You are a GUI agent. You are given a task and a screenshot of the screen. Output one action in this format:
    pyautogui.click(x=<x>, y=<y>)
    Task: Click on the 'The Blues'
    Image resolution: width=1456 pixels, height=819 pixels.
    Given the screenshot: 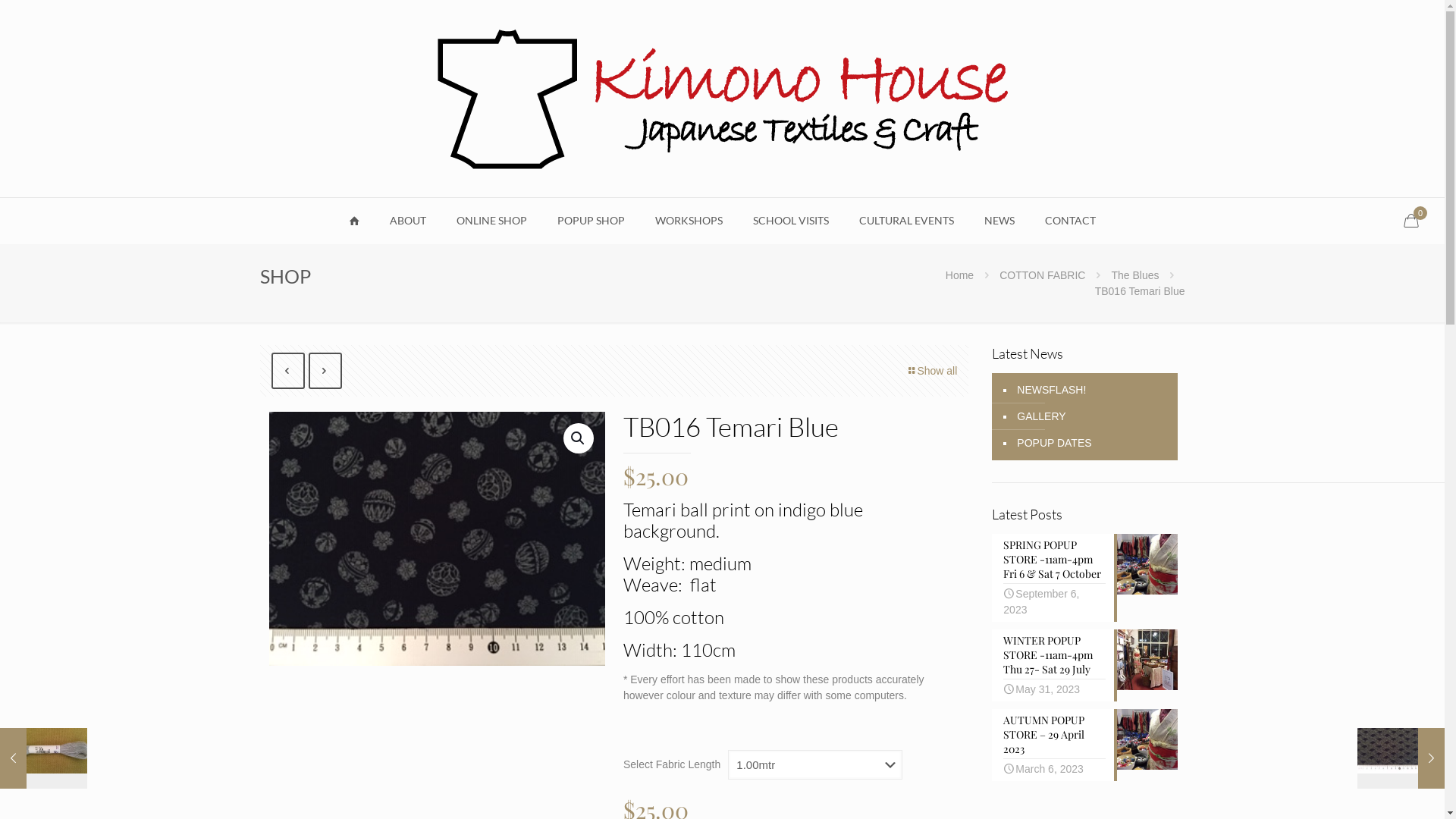 What is the action you would take?
    pyautogui.click(x=1134, y=275)
    